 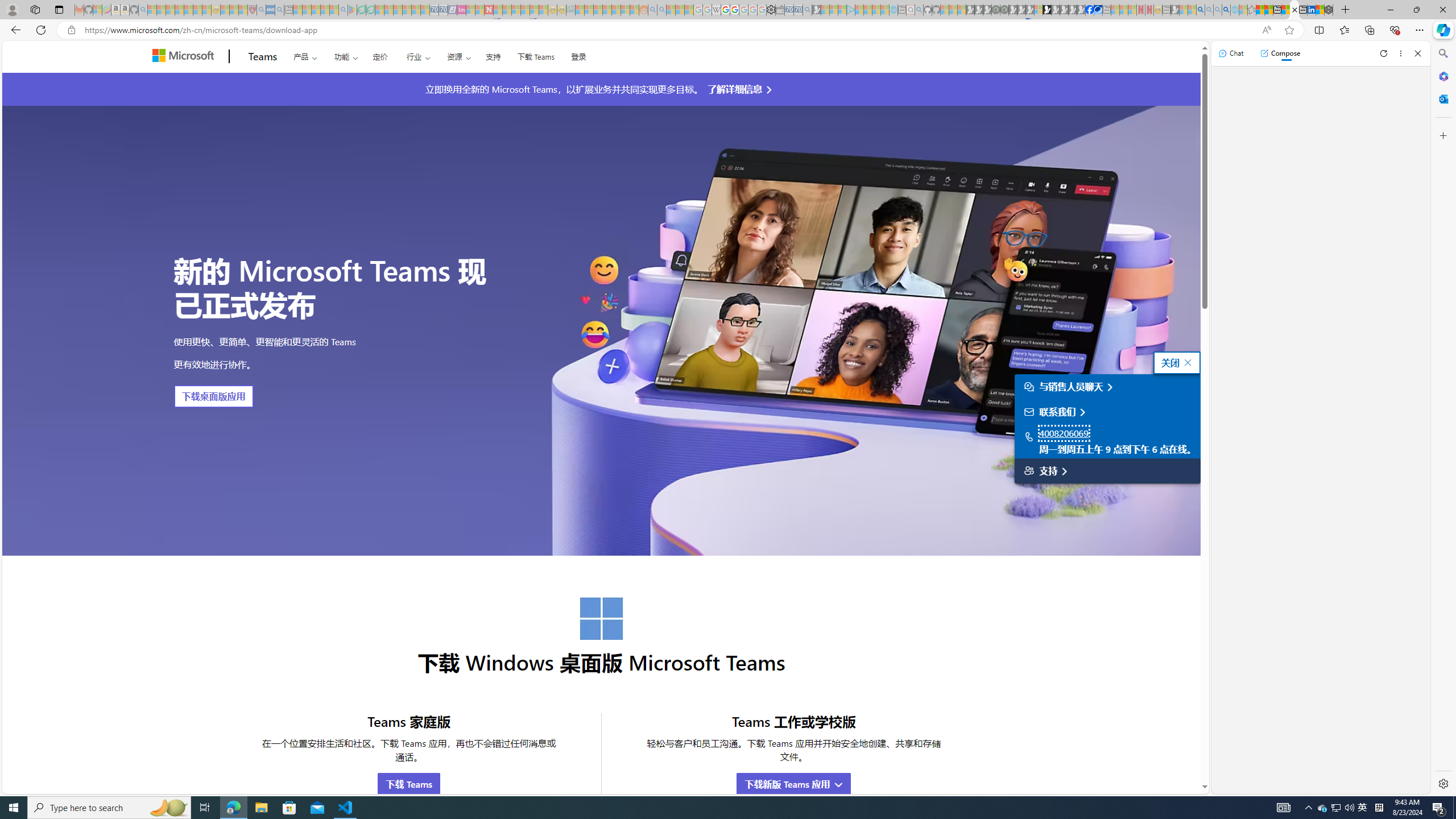 I want to click on 'Google Chrome Internet Browser Download - Search Images', so click(x=1226, y=9).